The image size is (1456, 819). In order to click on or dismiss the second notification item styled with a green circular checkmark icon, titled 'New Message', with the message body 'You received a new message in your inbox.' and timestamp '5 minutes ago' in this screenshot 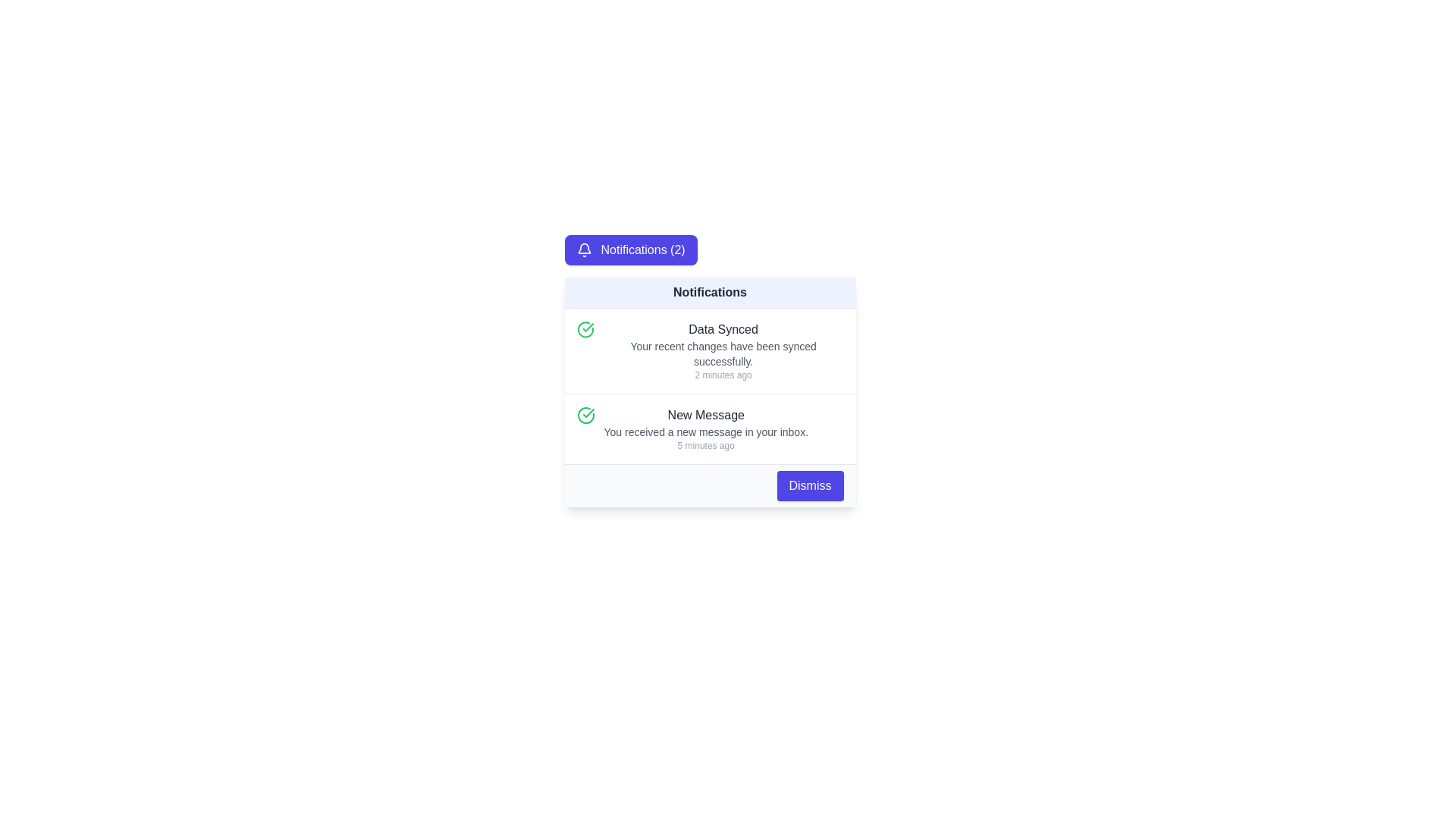, I will do `click(709, 428)`.